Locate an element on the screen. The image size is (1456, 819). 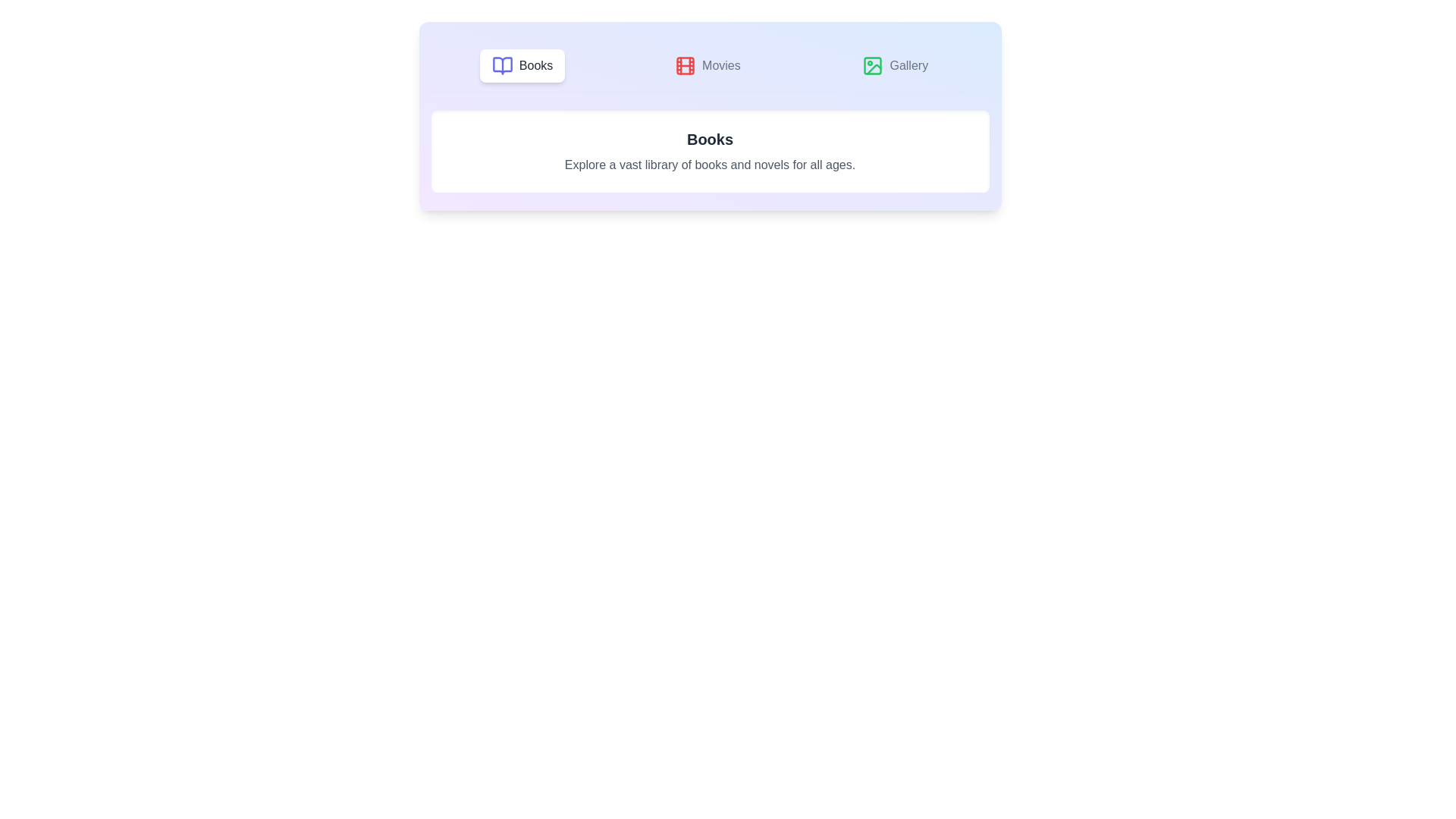
the Movies tab by clicking its button is located at coordinates (707, 65).